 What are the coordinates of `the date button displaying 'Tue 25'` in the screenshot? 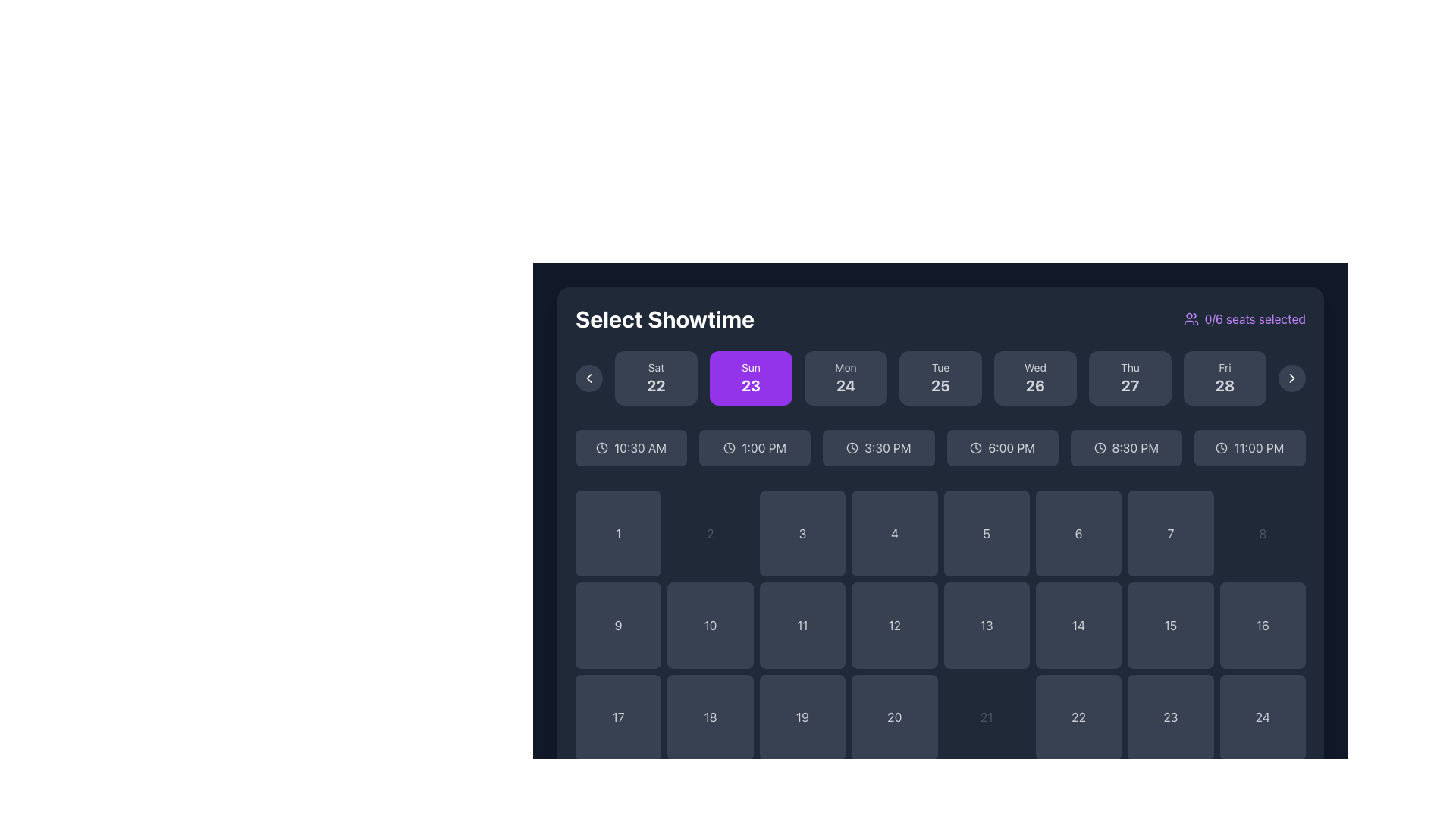 It's located at (940, 377).